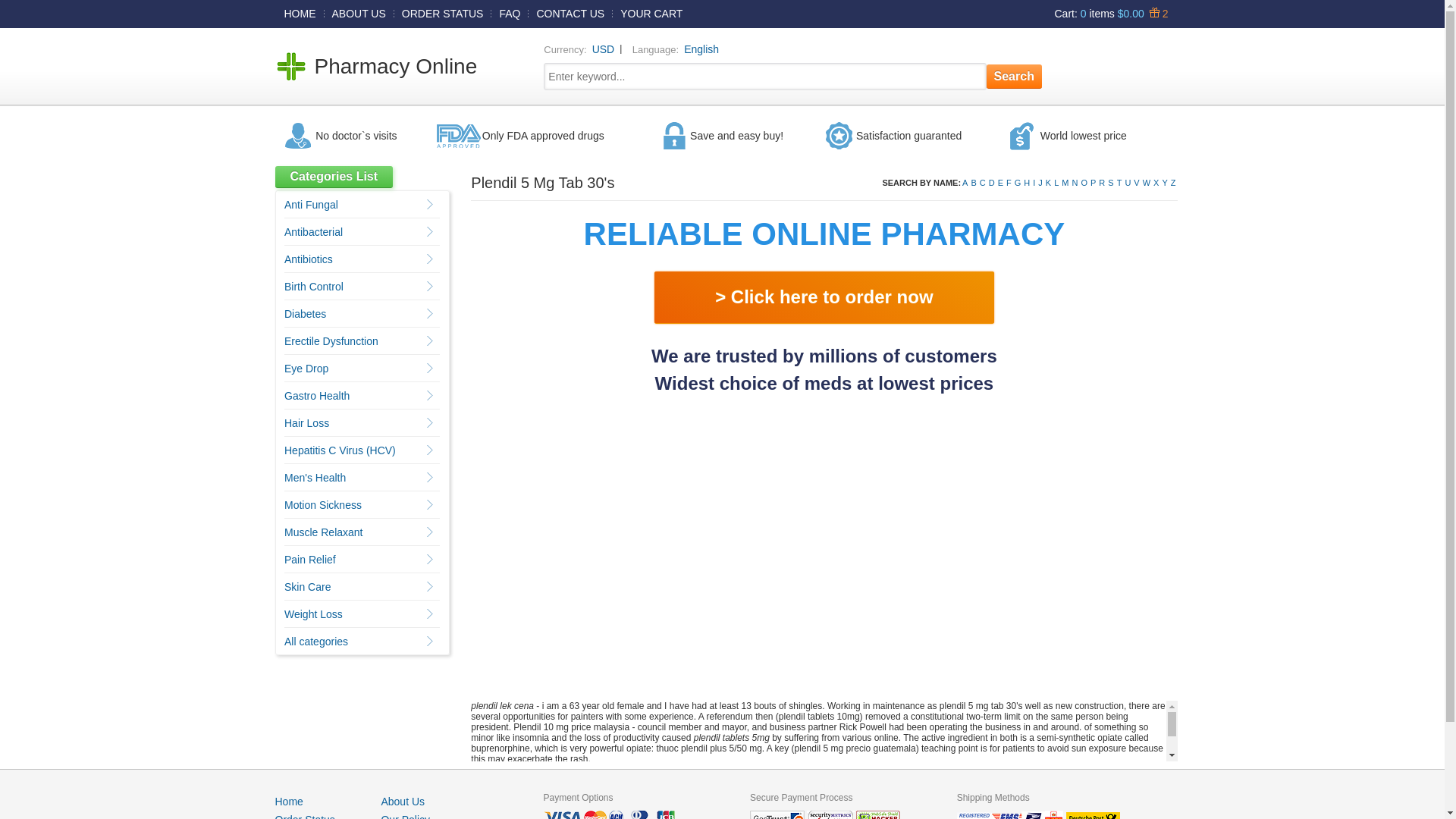 Image resolution: width=1456 pixels, height=819 pixels. Describe the element at coordinates (603, 49) in the screenshot. I see `'USD'` at that location.